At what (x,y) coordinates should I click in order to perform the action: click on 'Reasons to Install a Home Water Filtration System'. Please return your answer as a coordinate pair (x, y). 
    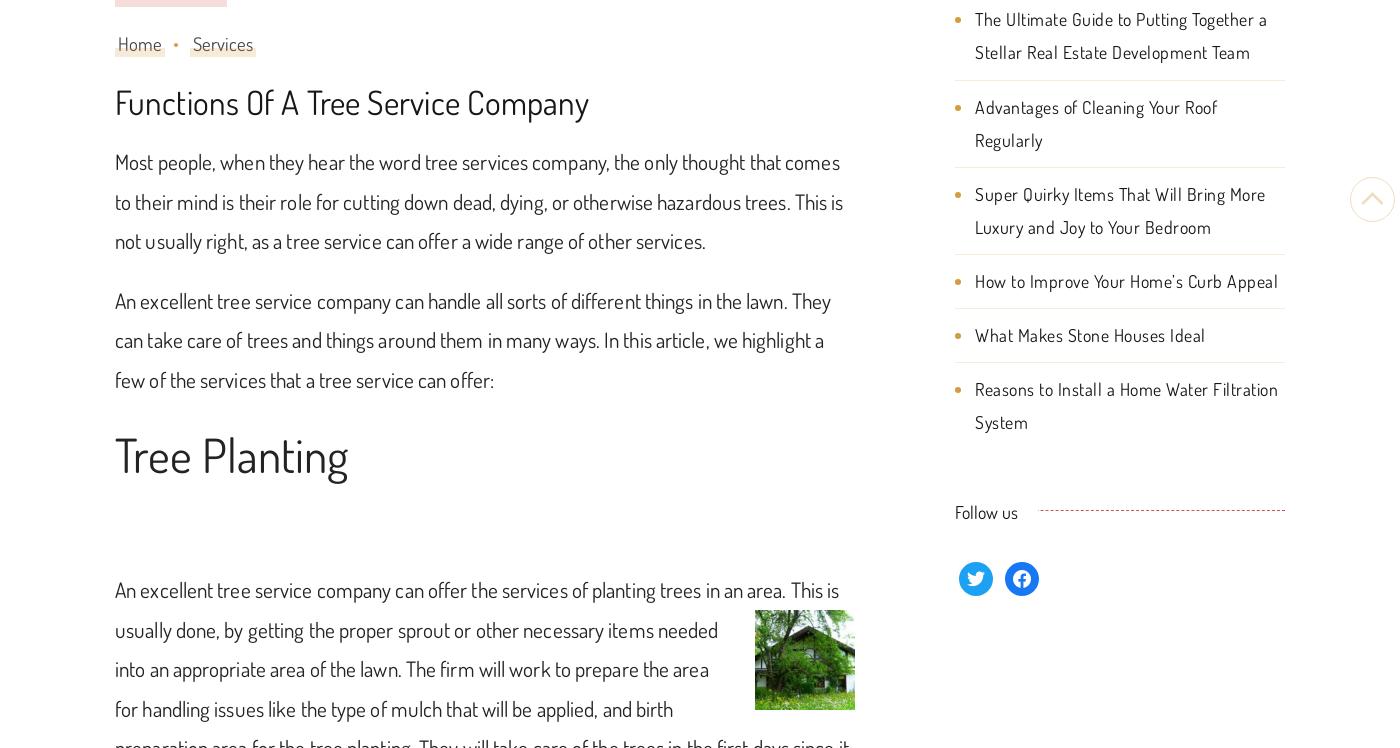
    Looking at the image, I should click on (1126, 404).